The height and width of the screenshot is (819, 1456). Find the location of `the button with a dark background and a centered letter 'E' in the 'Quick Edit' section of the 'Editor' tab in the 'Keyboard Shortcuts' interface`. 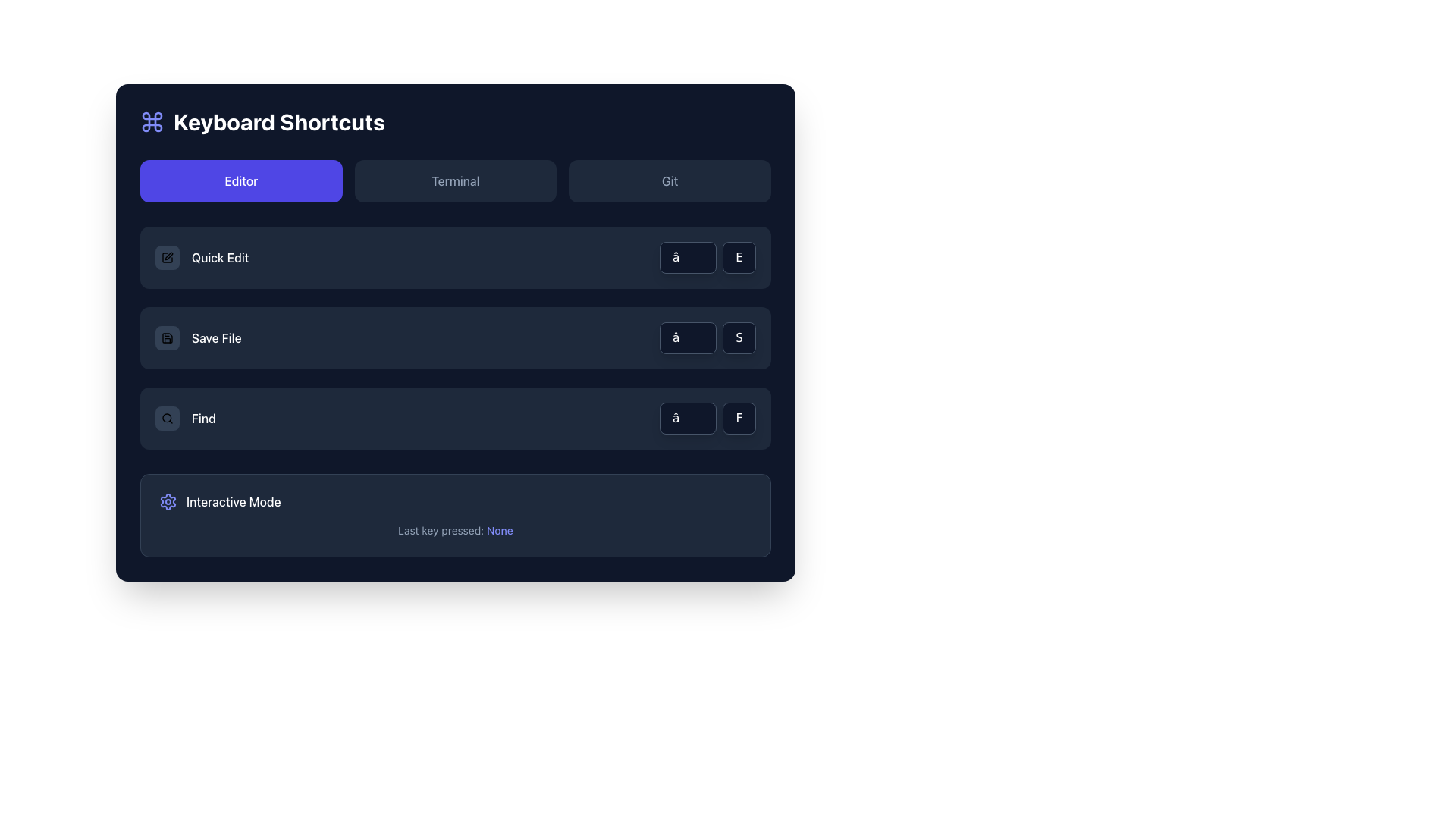

the button with a dark background and a centered letter 'E' in the 'Quick Edit' section of the 'Editor' tab in the 'Keyboard Shortcuts' interface is located at coordinates (739, 256).